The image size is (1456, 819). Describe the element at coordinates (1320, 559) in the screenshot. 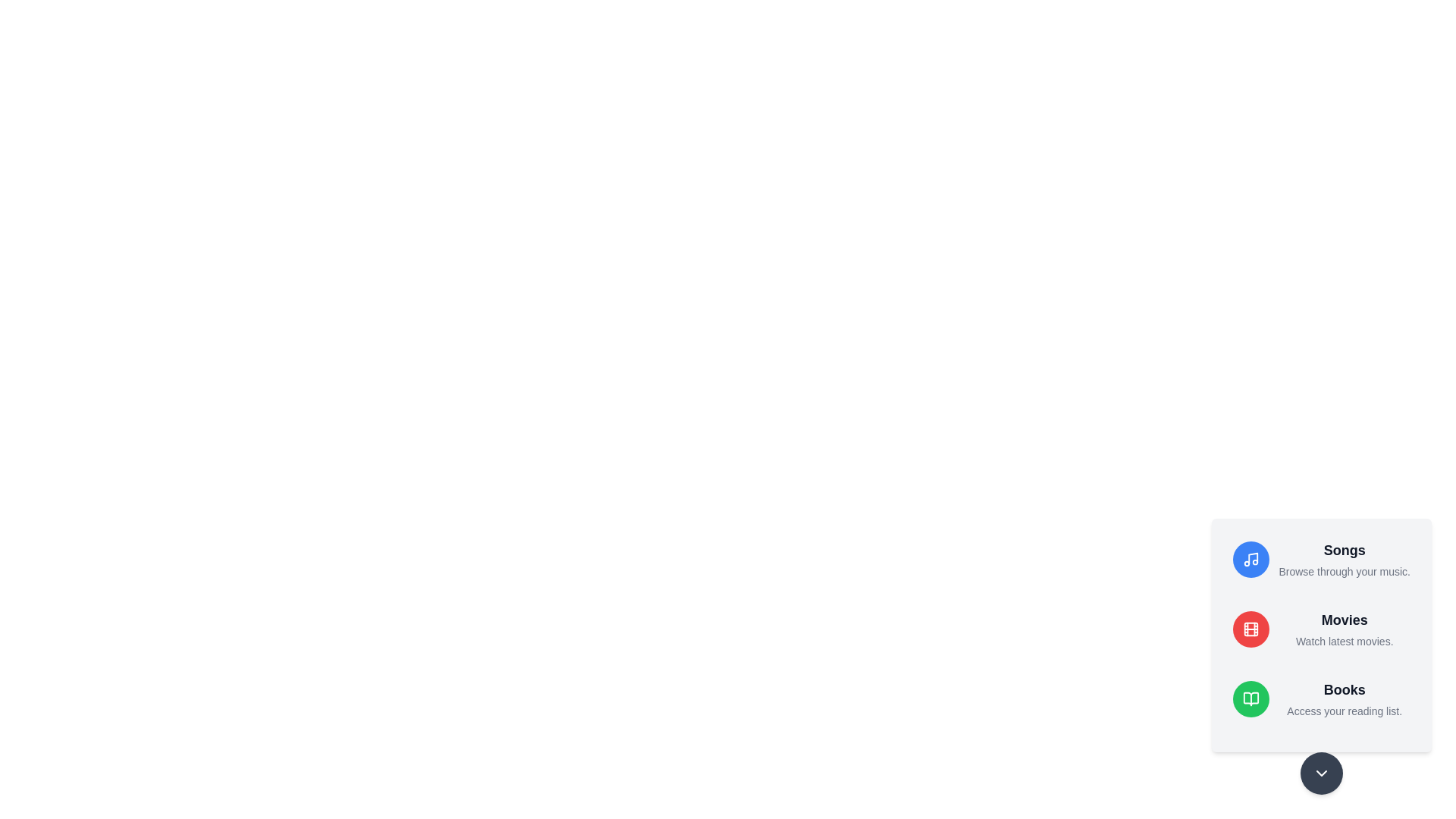

I see `the media option Songs to read its description` at that location.